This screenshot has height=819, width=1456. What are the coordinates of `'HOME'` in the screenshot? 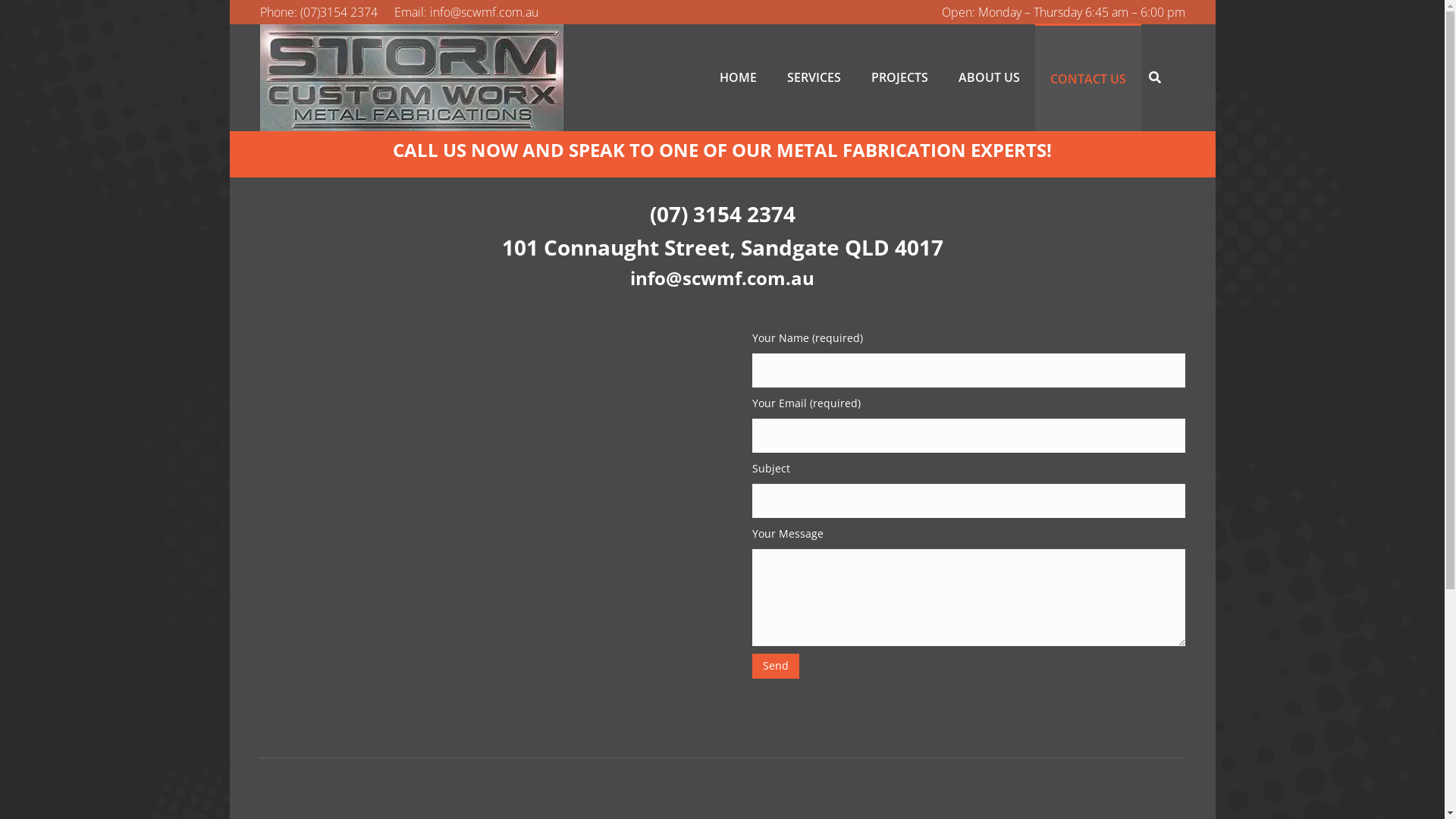 It's located at (738, 77).